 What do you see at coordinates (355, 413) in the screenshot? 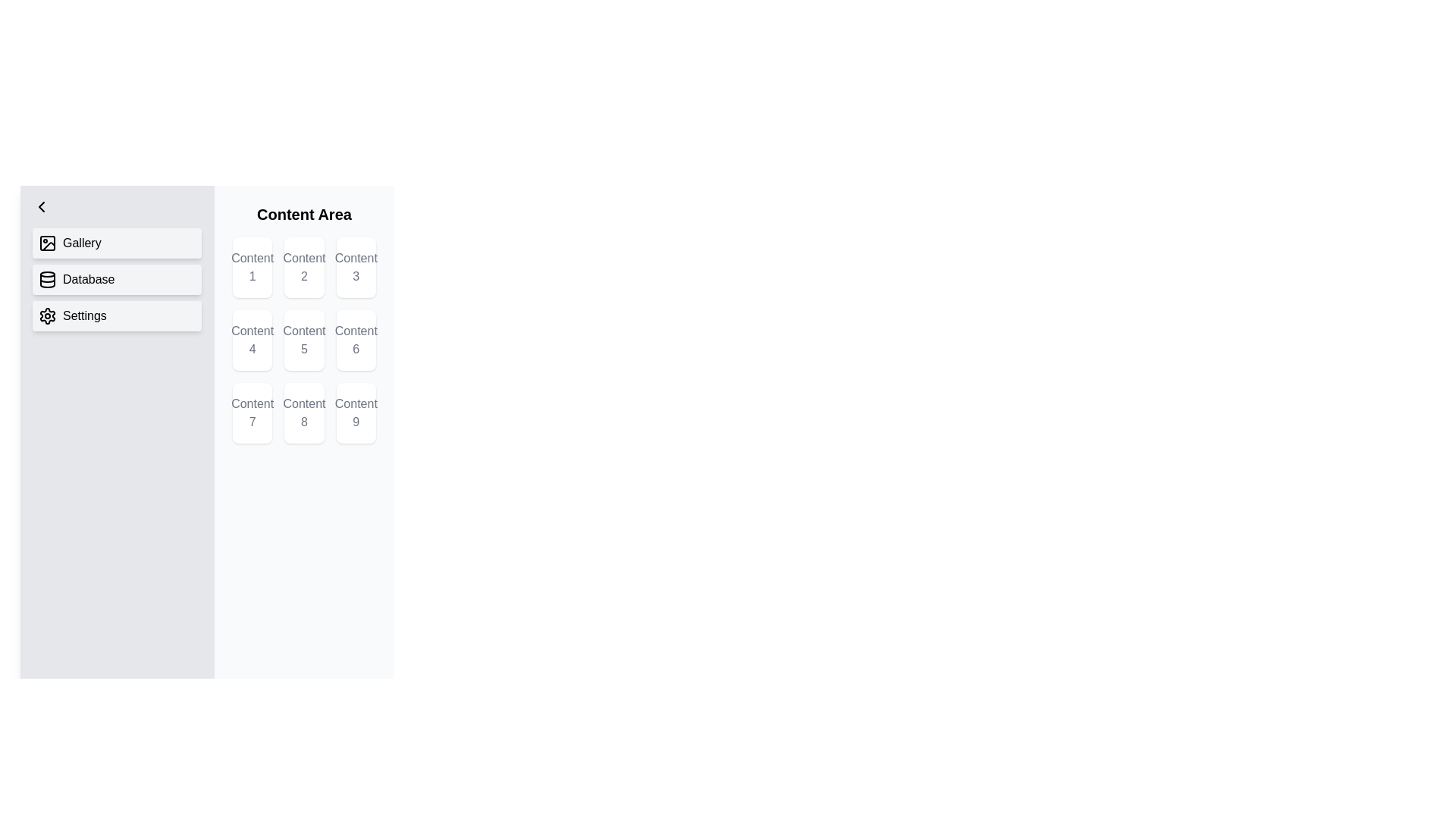
I see `the display box for the label 'Content 9', located in the bottom-right corner of the 3x3 grid layout within the 'Content Area' section` at bounding box center [355, 413].